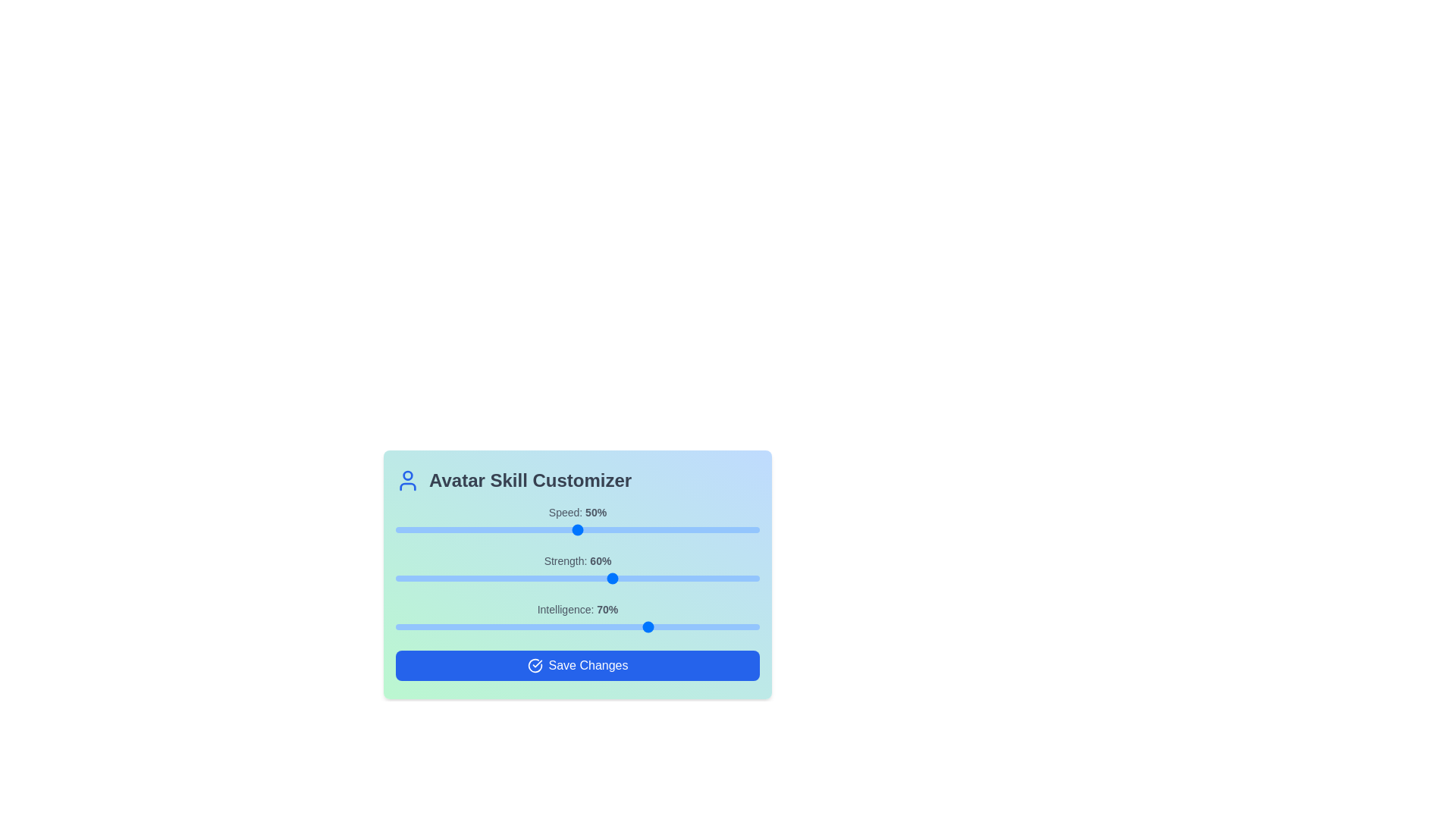  What do you see at coordinates (442, 626) in the screenshot?
I see `intelligence level` at bounding box center [442, 626].